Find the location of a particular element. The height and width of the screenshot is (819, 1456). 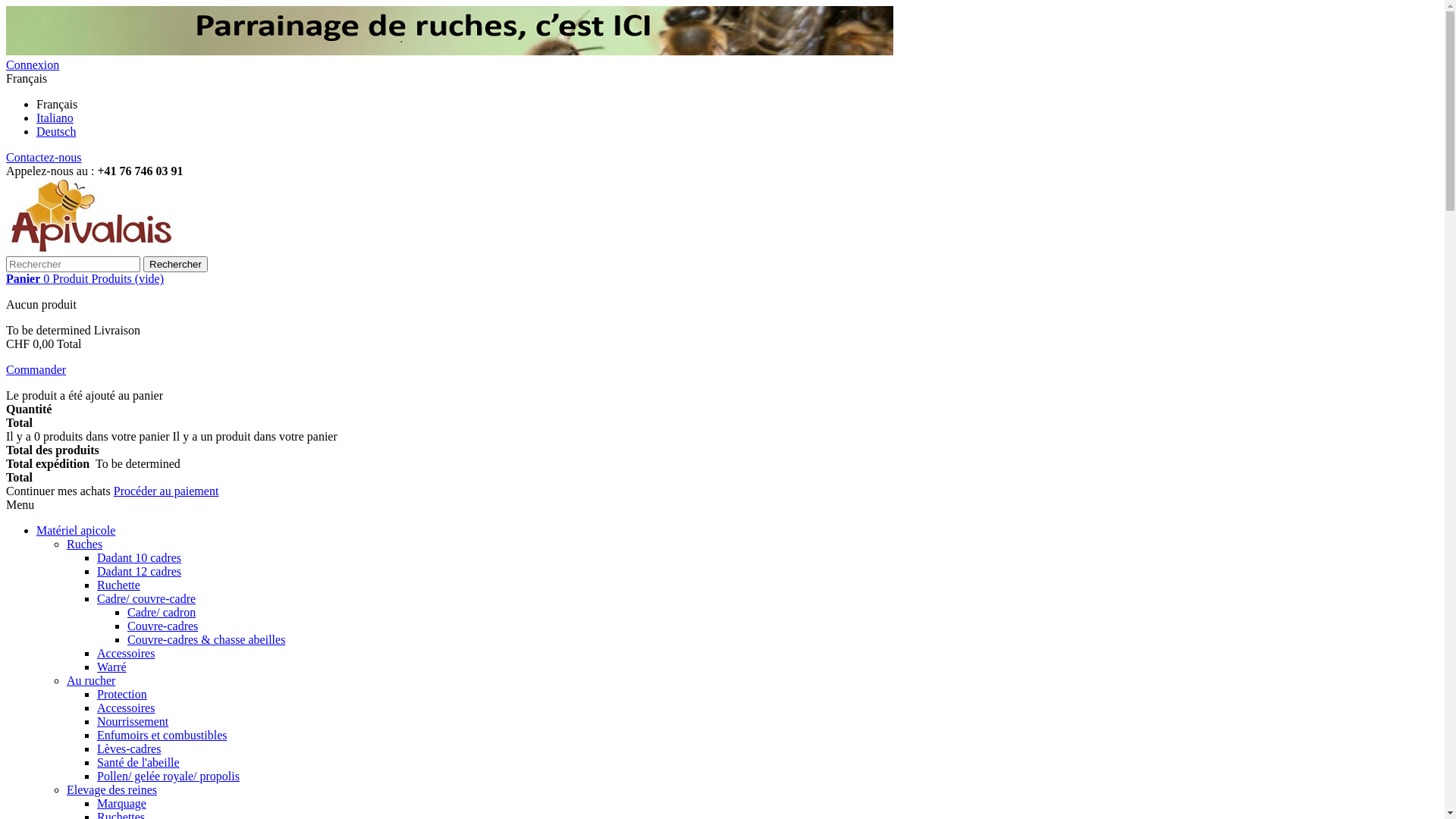

'Elevage des reines' is located at coordinates (111, 789).